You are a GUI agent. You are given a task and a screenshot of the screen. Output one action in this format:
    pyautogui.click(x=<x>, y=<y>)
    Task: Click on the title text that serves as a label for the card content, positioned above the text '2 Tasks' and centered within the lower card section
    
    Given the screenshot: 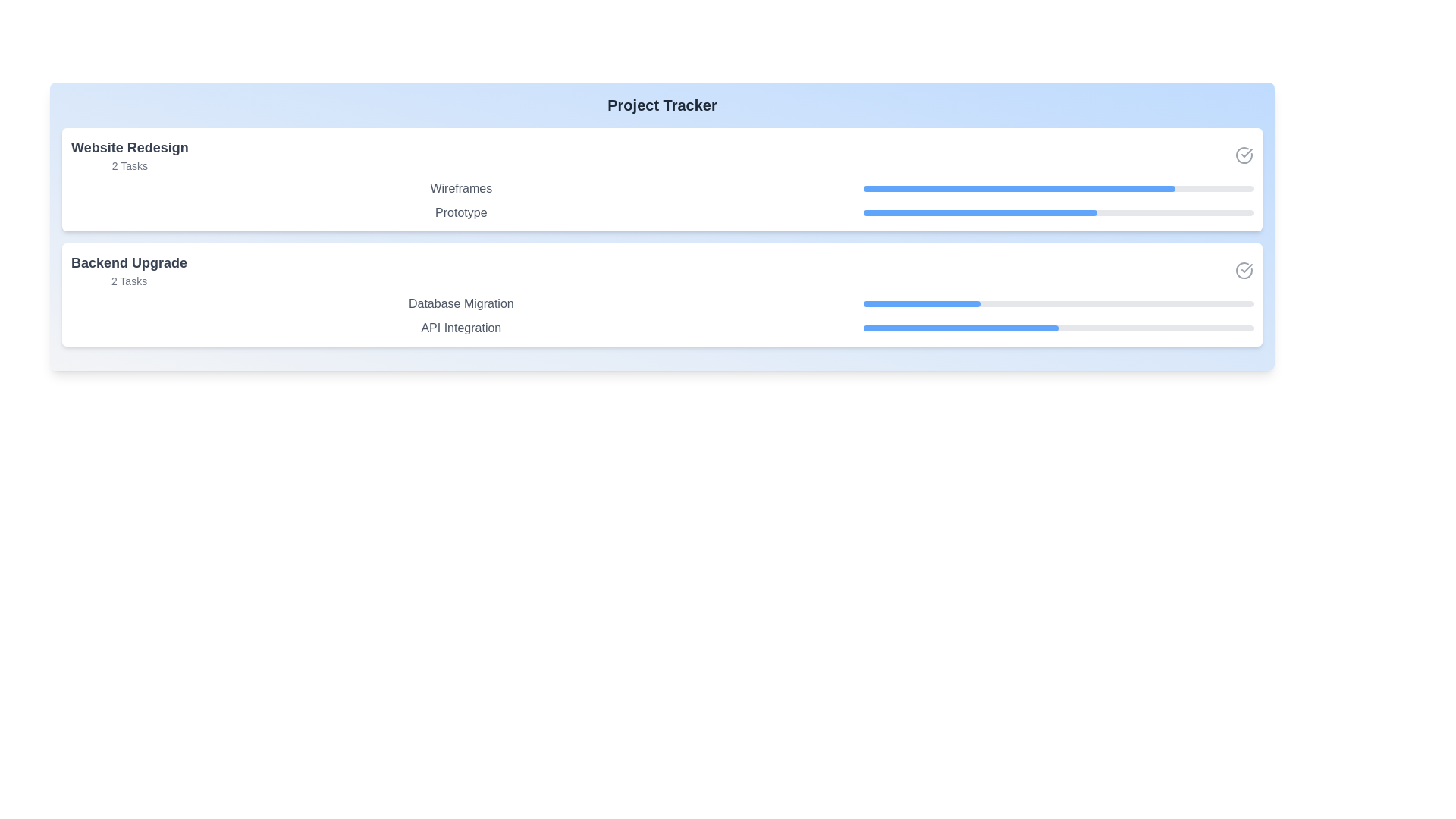 What is the action you would take?
    pyautogui.click(x=129, y=262)
    